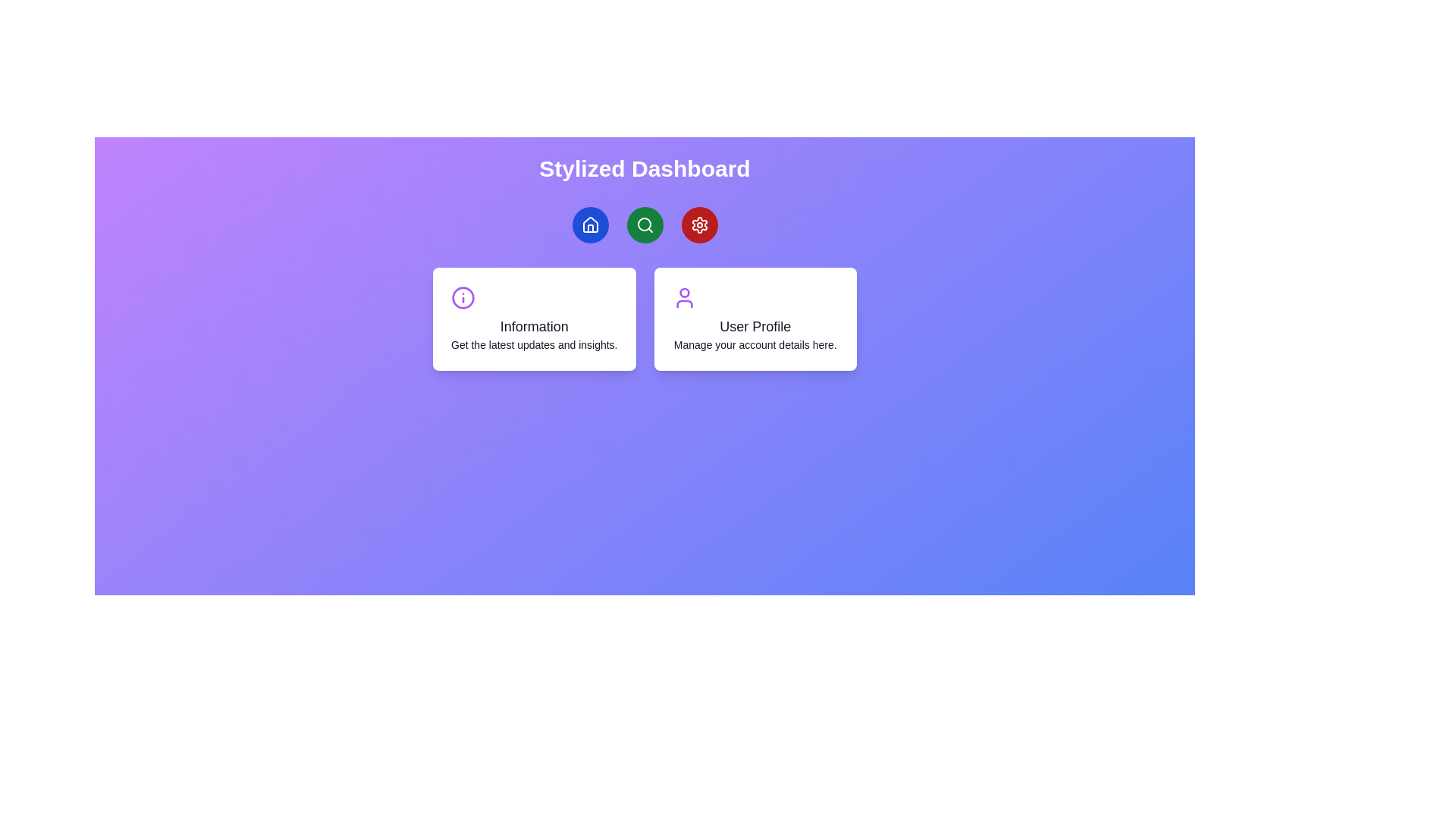 This screenshot has width=1456, height=819. Describe the element at coordinates (755, 345) in the screenshot. I see `the text label displaying 'Manage your account details here.' located beneath the 'User Profile' header in the card layout` at that location.